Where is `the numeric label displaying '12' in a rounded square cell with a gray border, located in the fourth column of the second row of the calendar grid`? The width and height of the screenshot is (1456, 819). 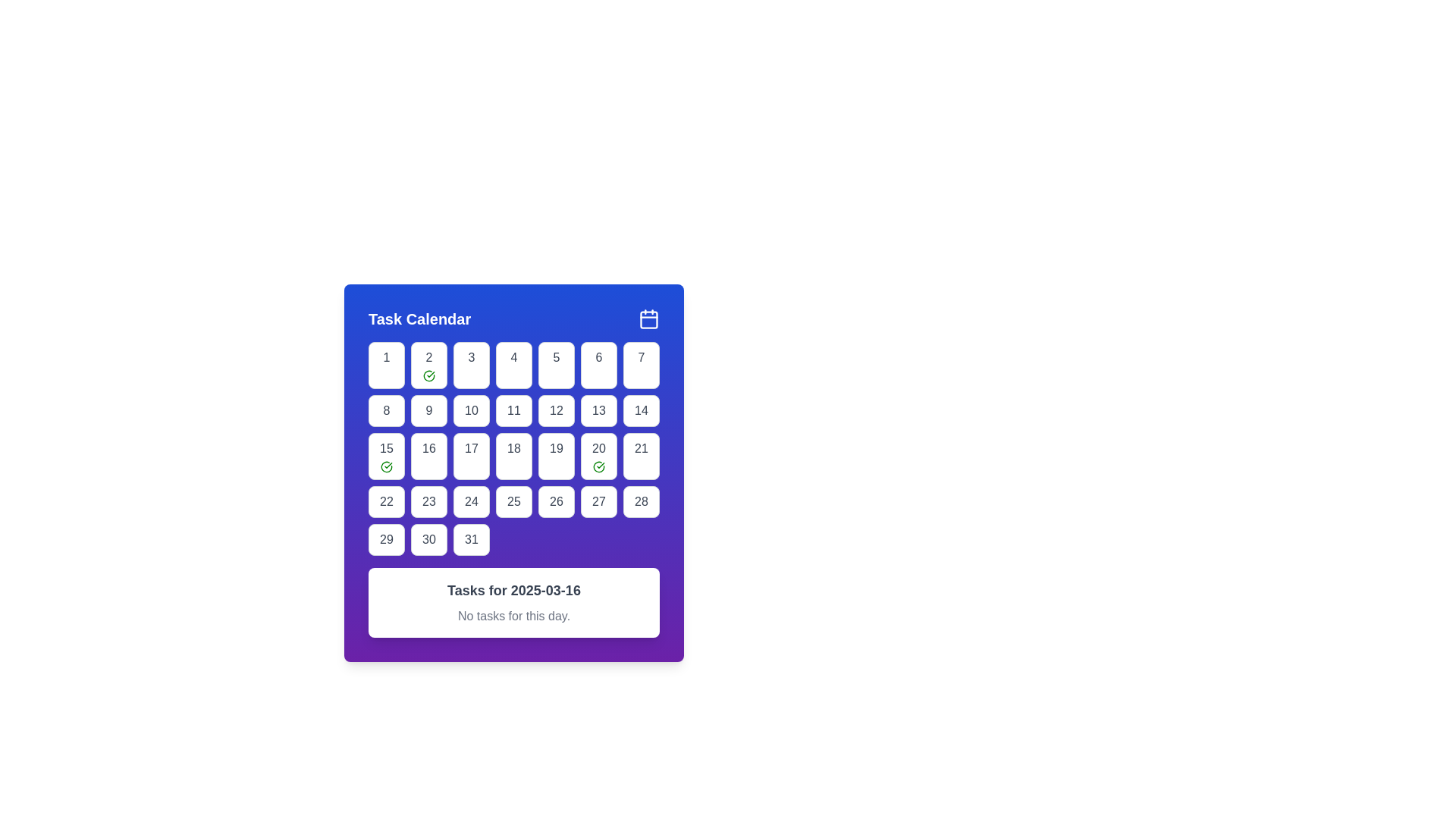 the numeric label displaying '12' in a rounded square cell with a gray border, located in the fourth column of the second row of the calendar grid is located at coordinates (556, 411).